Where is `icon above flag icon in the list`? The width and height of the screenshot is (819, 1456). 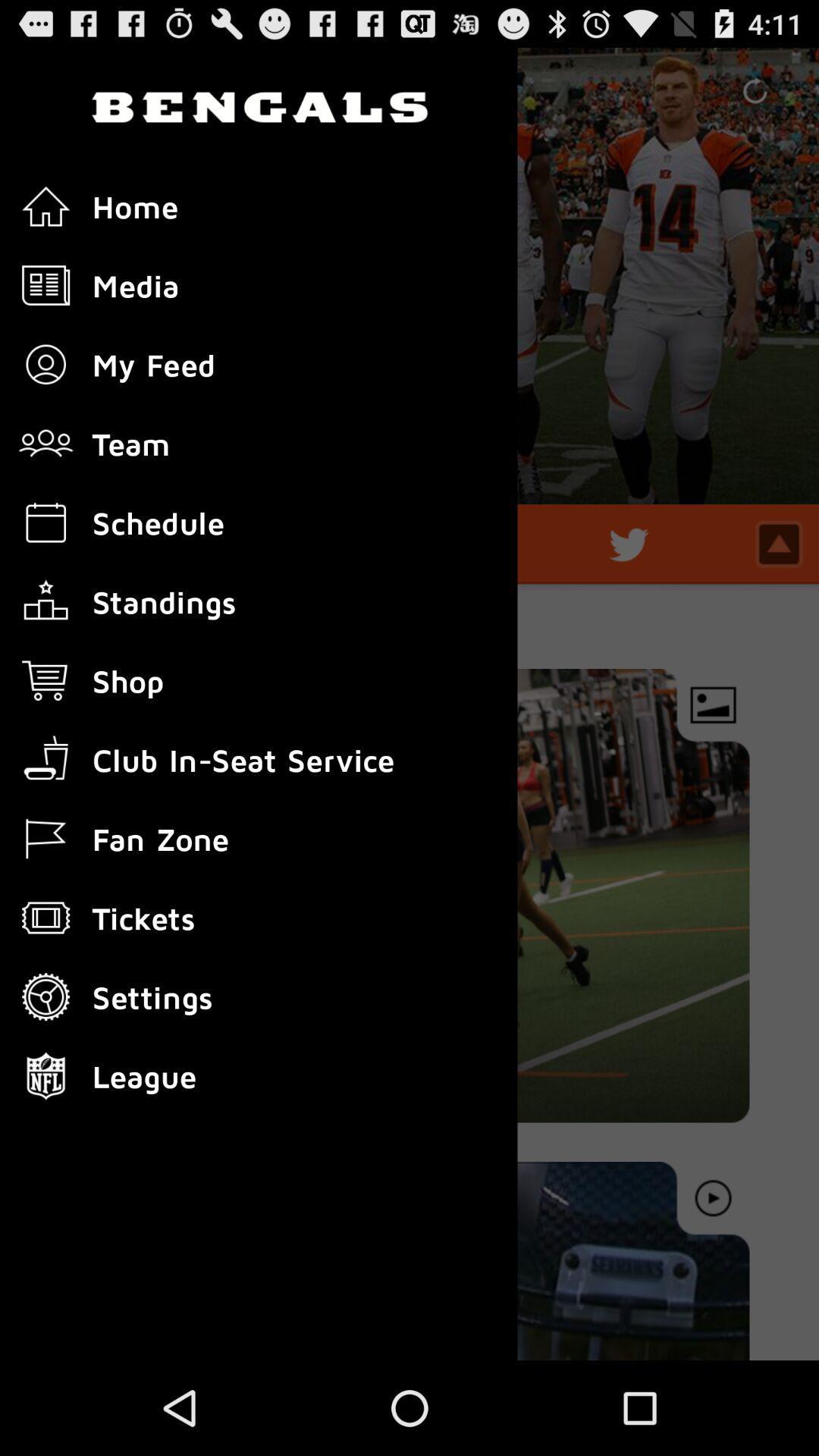
icon above flag icon in the list is located at coordinates (45, 760).